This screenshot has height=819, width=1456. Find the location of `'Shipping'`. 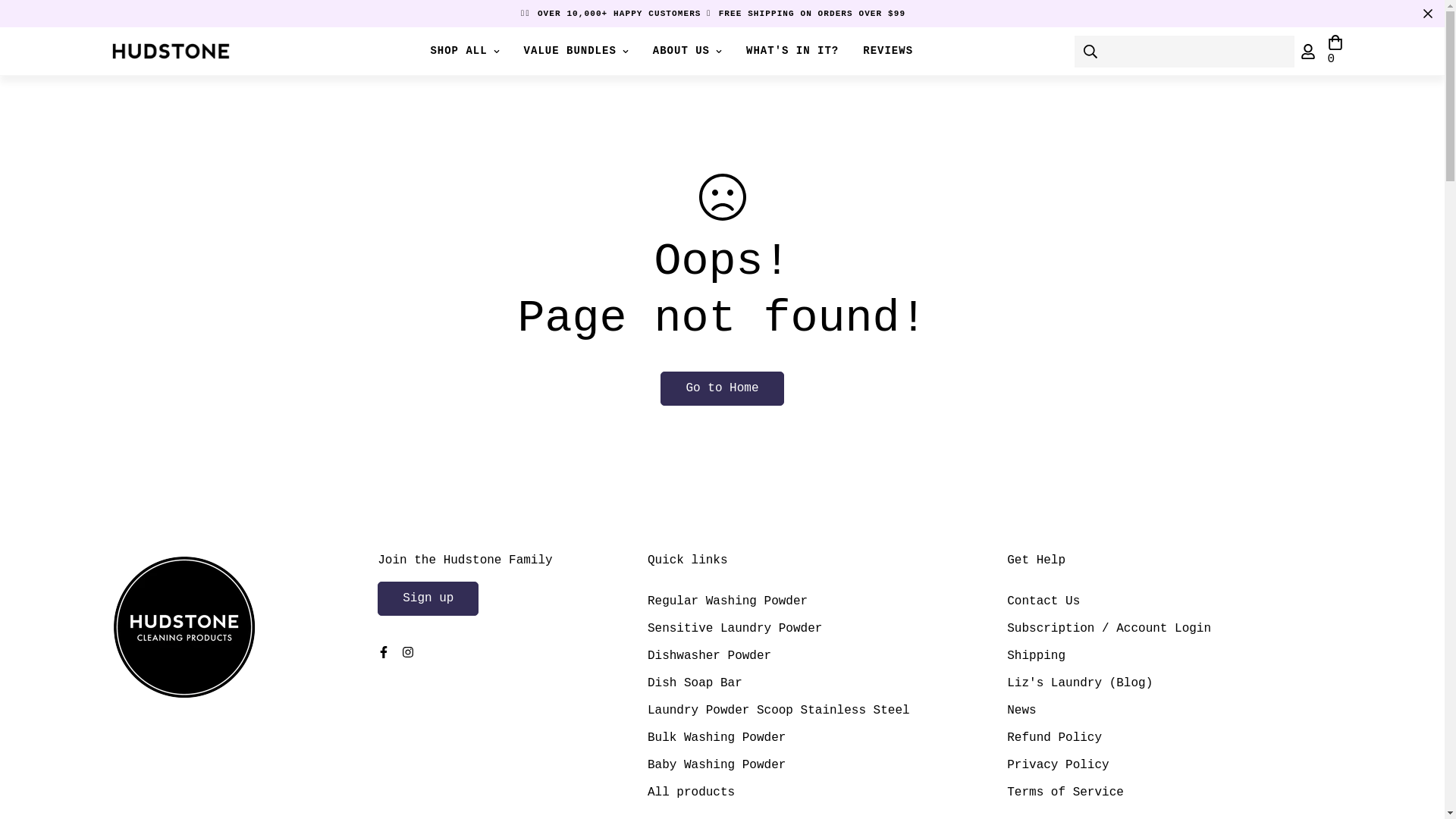

'Shipping' is located at coordinates (1035, 654).